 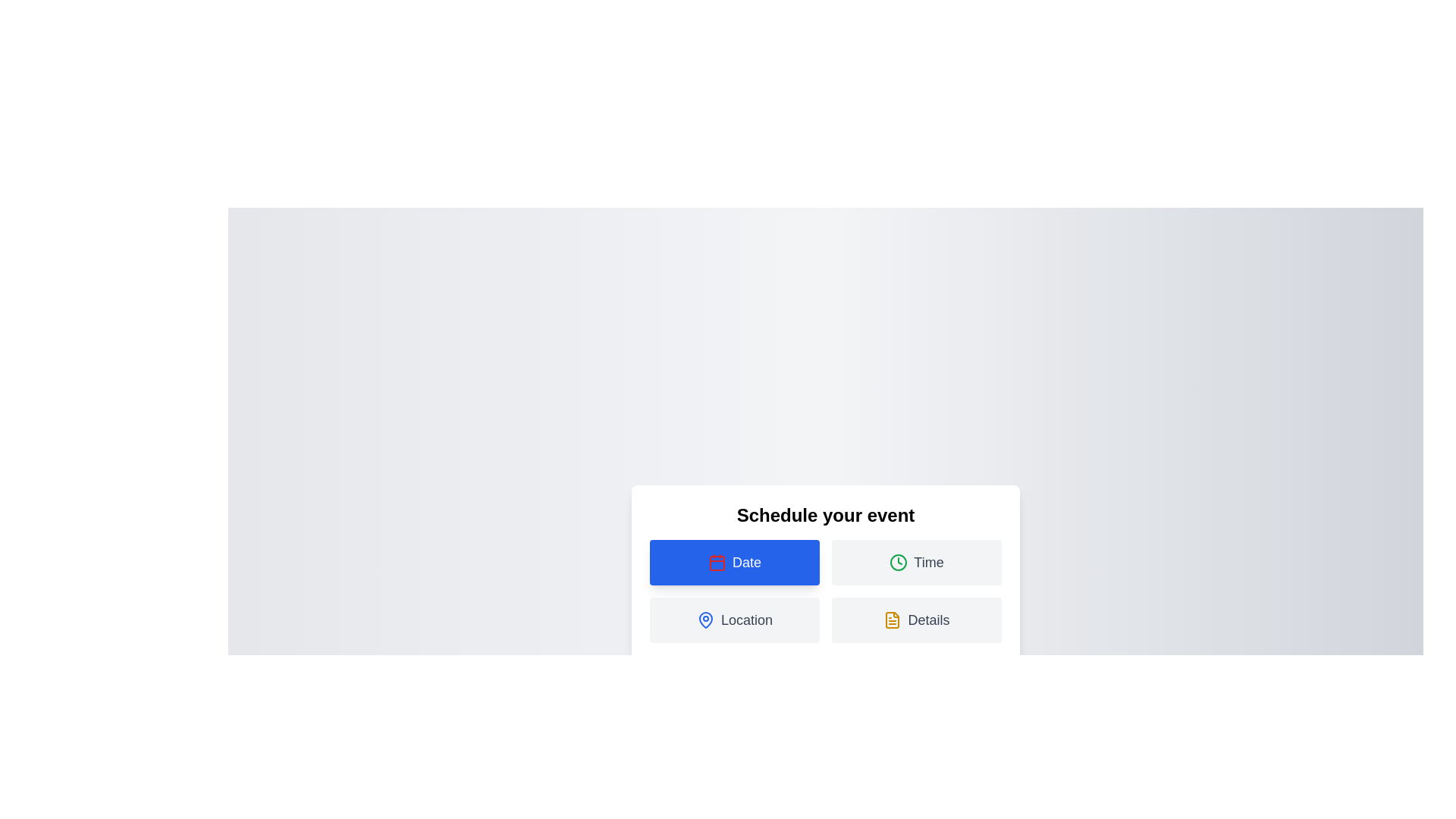 What do you see at coordinates (916, 562) in the screenshot?
I see `the time-related setting button located in the first row and second column of the grid layout` at bounding box center [916, 562].